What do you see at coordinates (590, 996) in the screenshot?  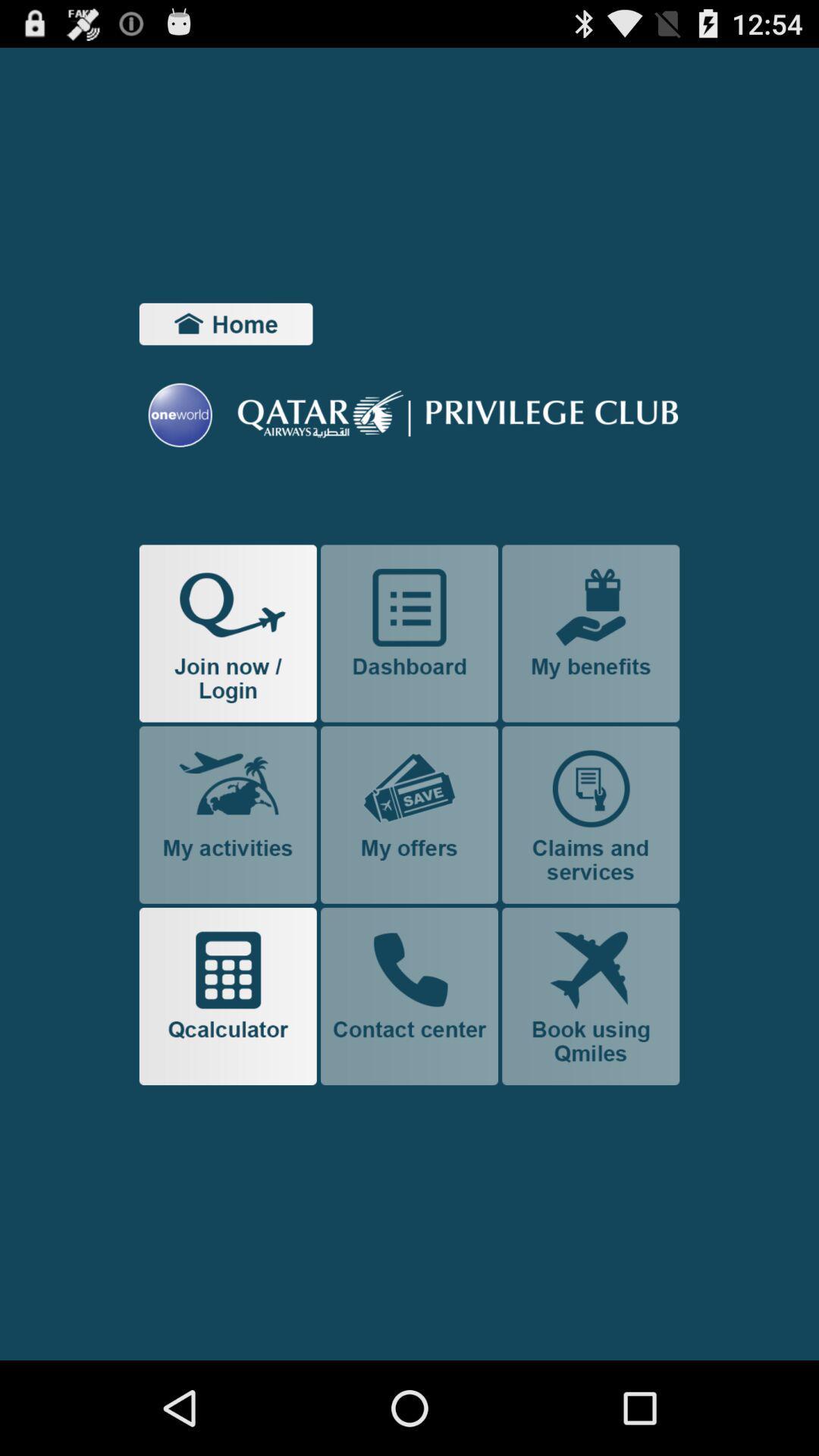 I see `book flights` at bounding box center [590, 996].